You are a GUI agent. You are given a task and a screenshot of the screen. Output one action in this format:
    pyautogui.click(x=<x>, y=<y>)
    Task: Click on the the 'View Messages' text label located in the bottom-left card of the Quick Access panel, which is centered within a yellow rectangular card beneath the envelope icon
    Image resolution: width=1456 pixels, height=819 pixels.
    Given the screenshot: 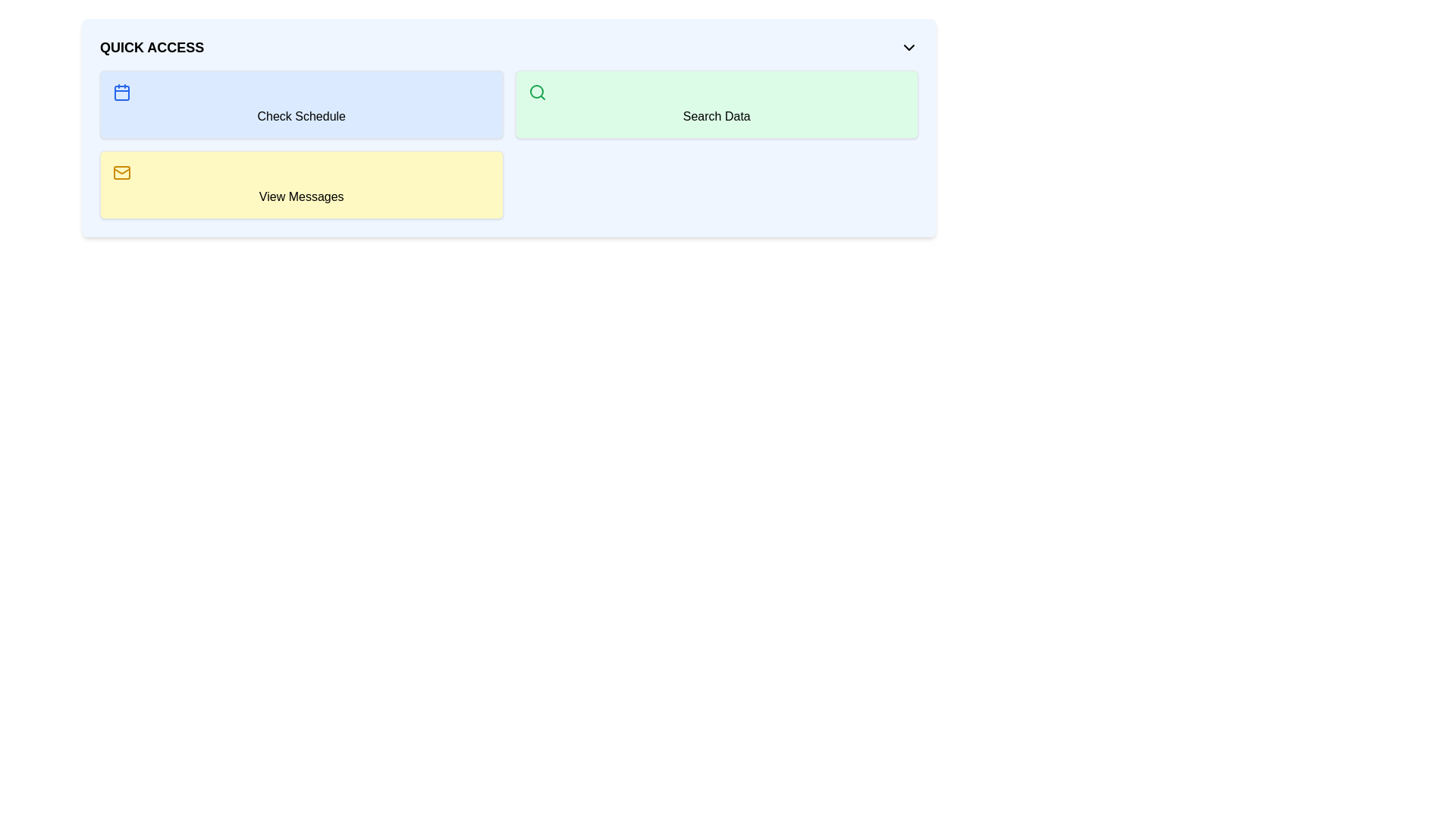 What is the action you would take?
    pyautogui.click(x=301, y=196)
    